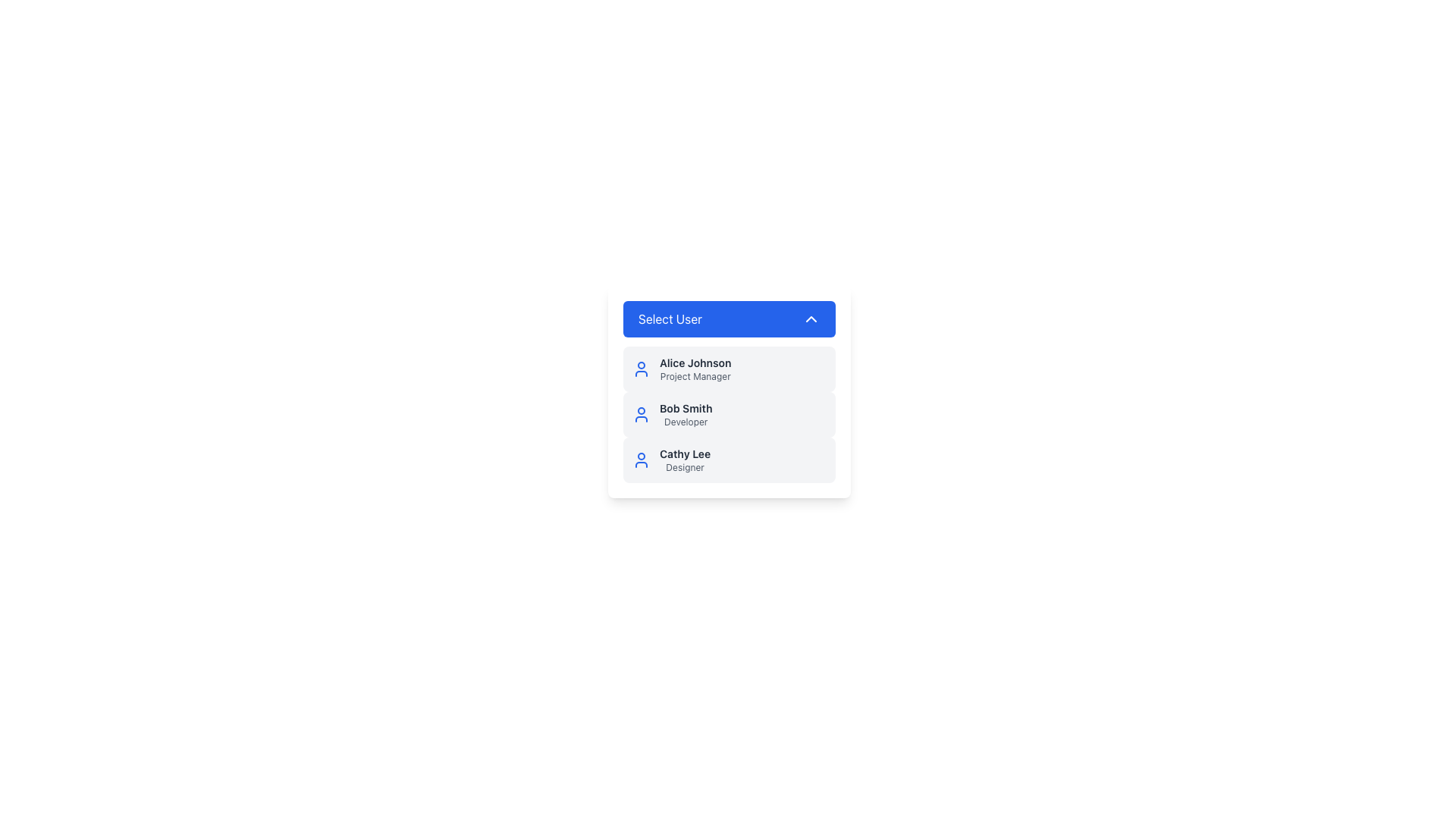 The width and height of the screenshot is (1456, 819). I want to click on the first selectable user entry in the dropdown menu below the 'Select User' heading, so click(729, 369).